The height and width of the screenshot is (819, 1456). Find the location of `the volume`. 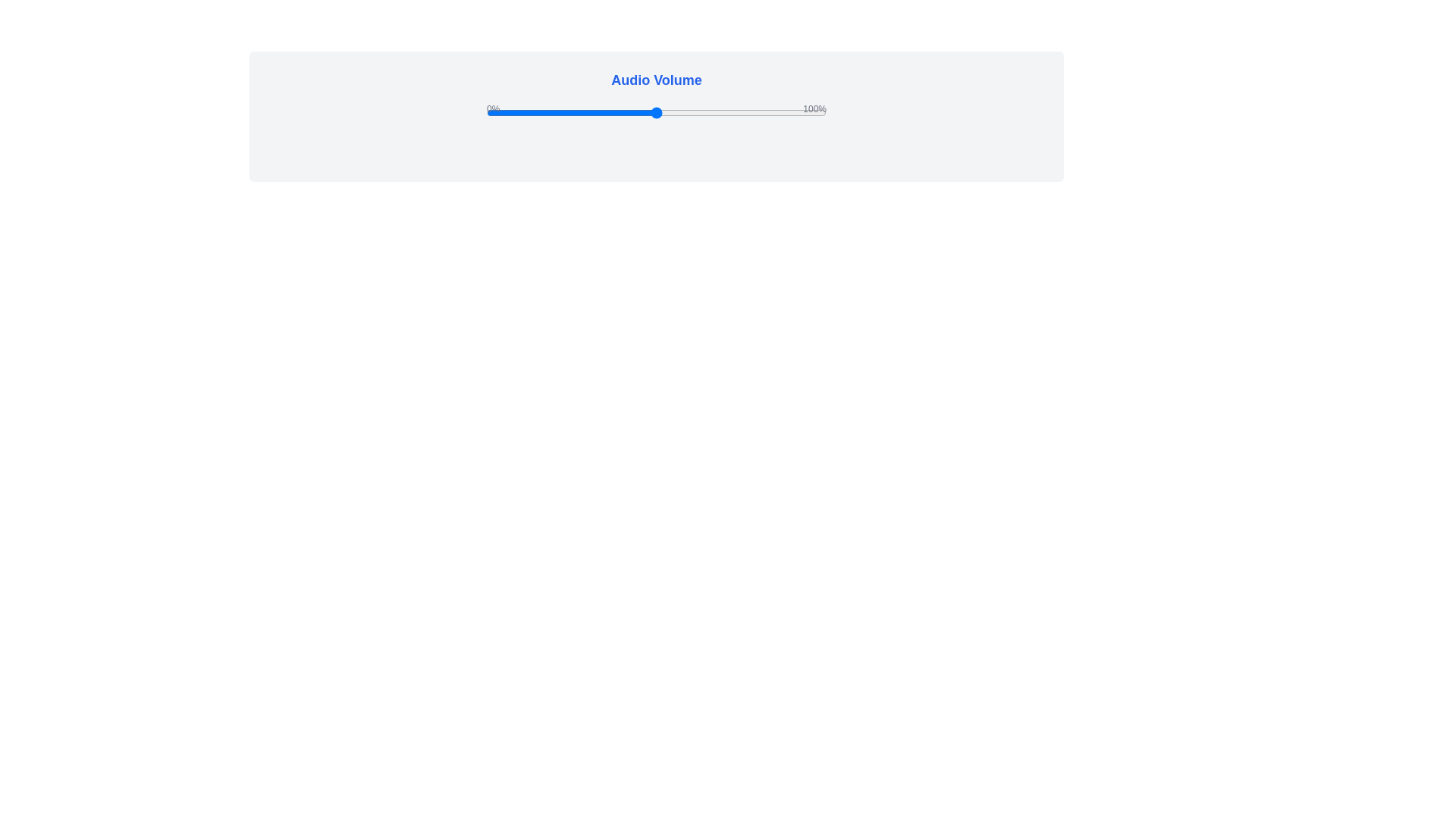

the volume is located at coordinates (554, 112).